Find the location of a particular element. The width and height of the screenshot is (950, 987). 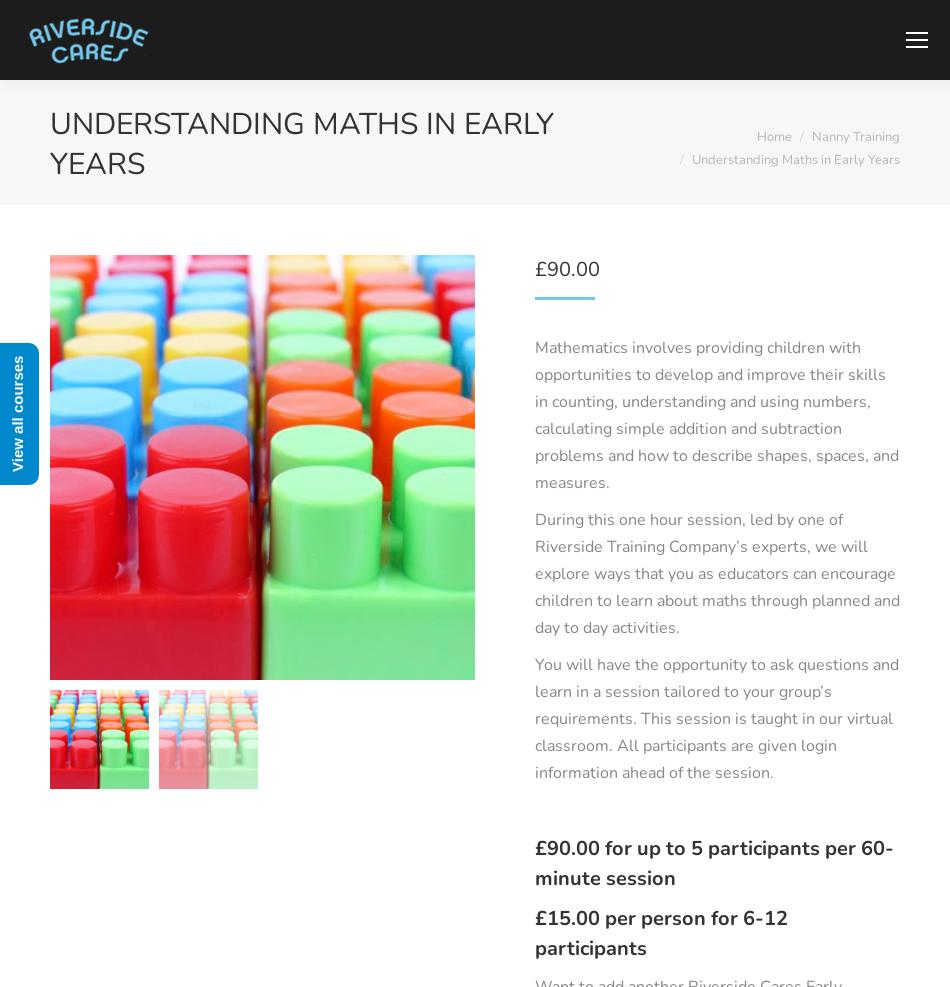

'£15.00 per person for 6-12 participants' is located at coordinates (661, 933).